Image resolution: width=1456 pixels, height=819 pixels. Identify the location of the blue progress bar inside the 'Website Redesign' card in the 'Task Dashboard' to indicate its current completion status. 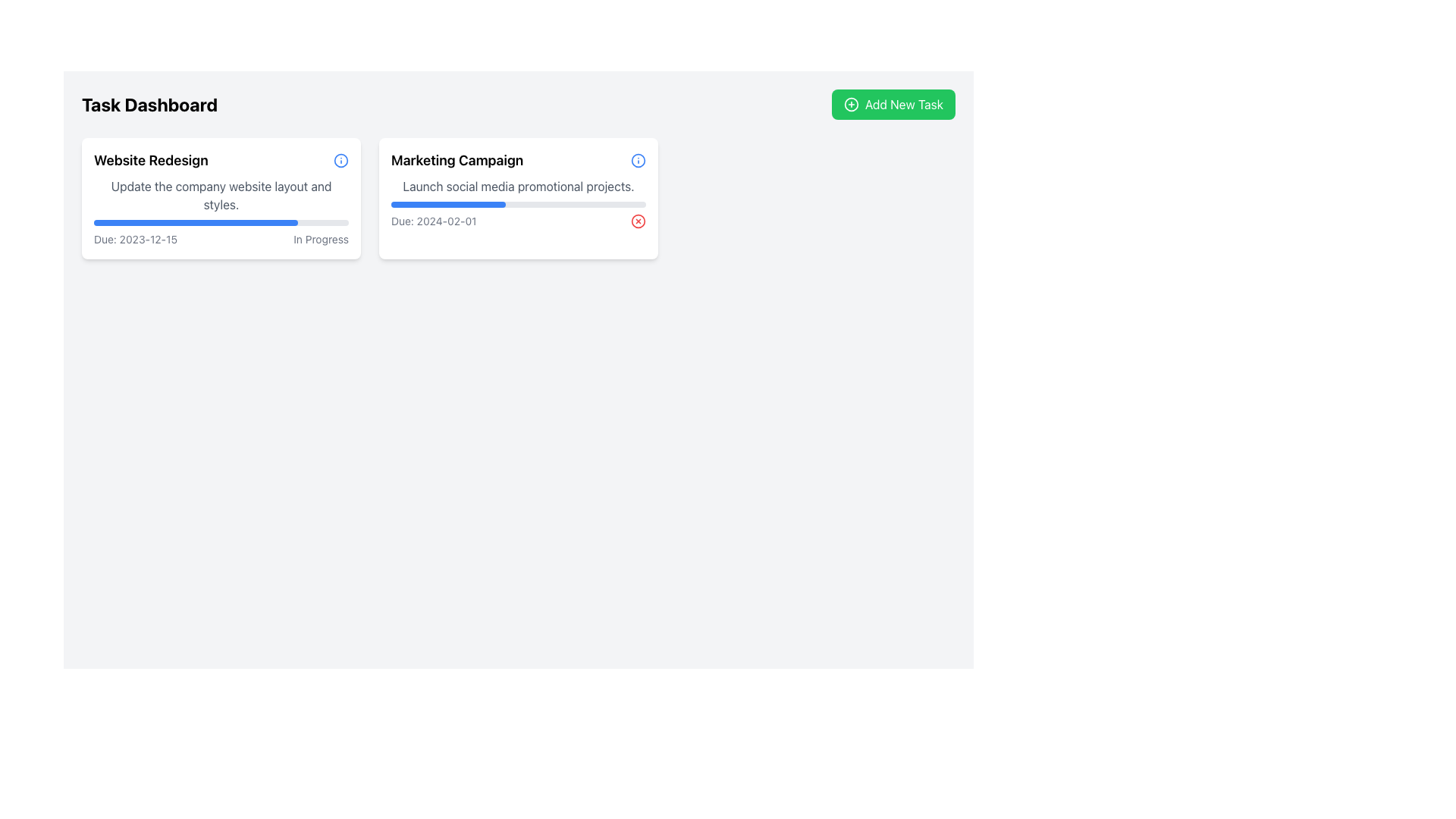
(195, 222).